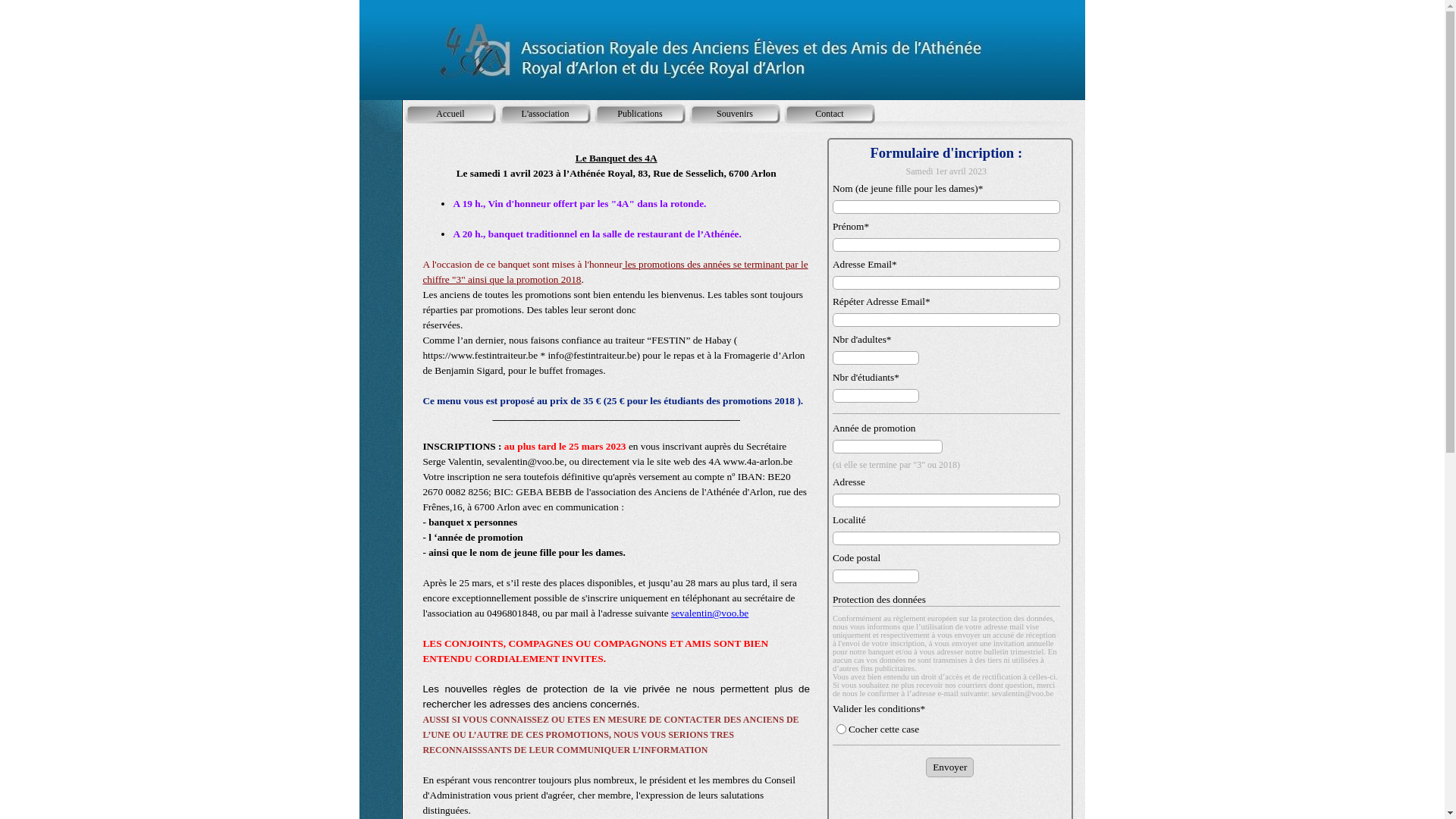 This screenshot has height=819, width=1456. What do you see at coordinates (829, 113) in the screenshot?
I see `'Contact'` at bounding box center [829, 113].